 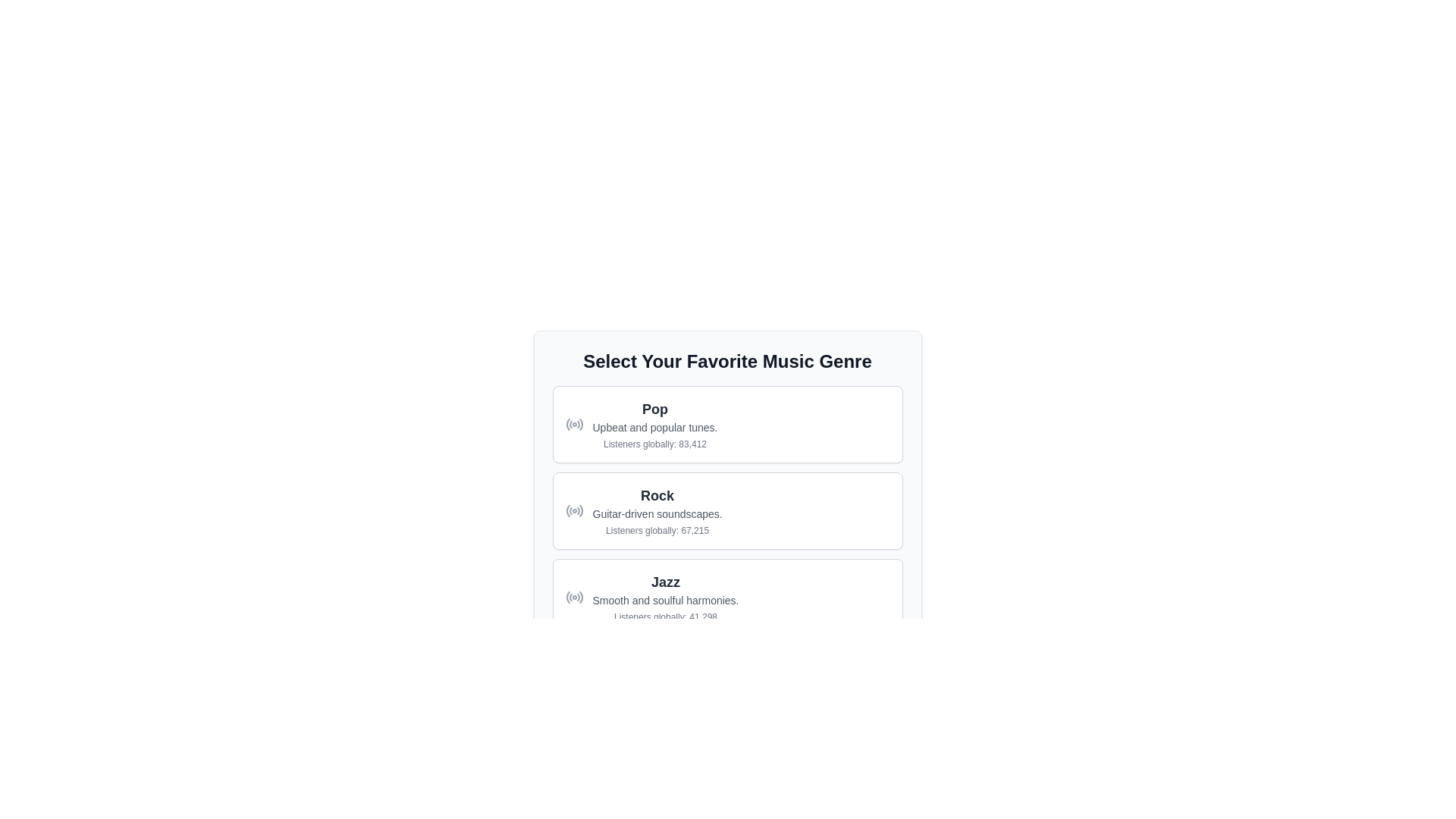 I want to click on the first segment of the radio wave icon, which is part of the 'Select Your Favorite Music Genre' list, located to the left of the 'Jazz' text label, so click(x=566, y=596).